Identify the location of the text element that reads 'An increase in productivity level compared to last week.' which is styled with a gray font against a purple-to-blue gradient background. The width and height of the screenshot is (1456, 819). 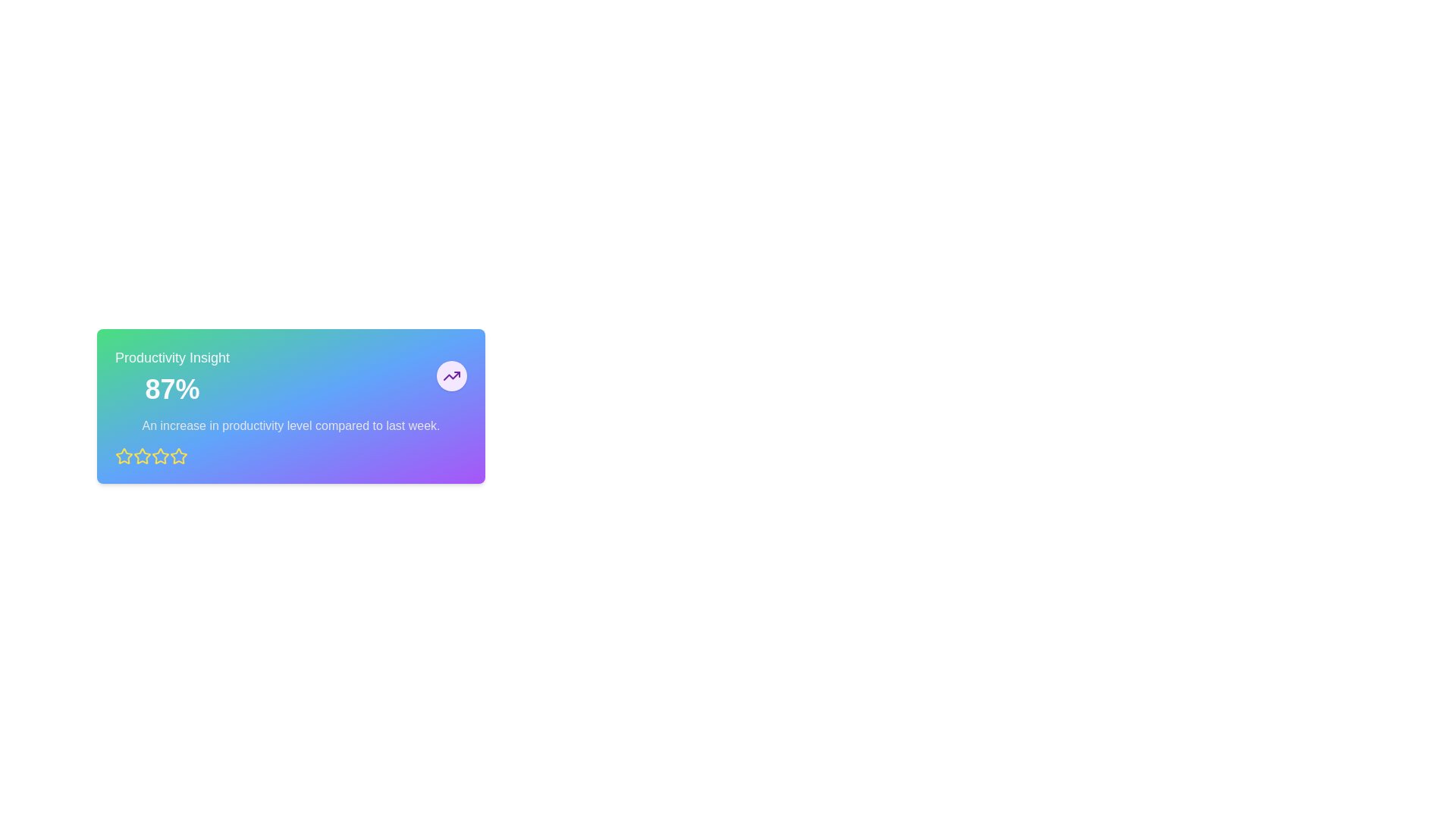
(291, 426).